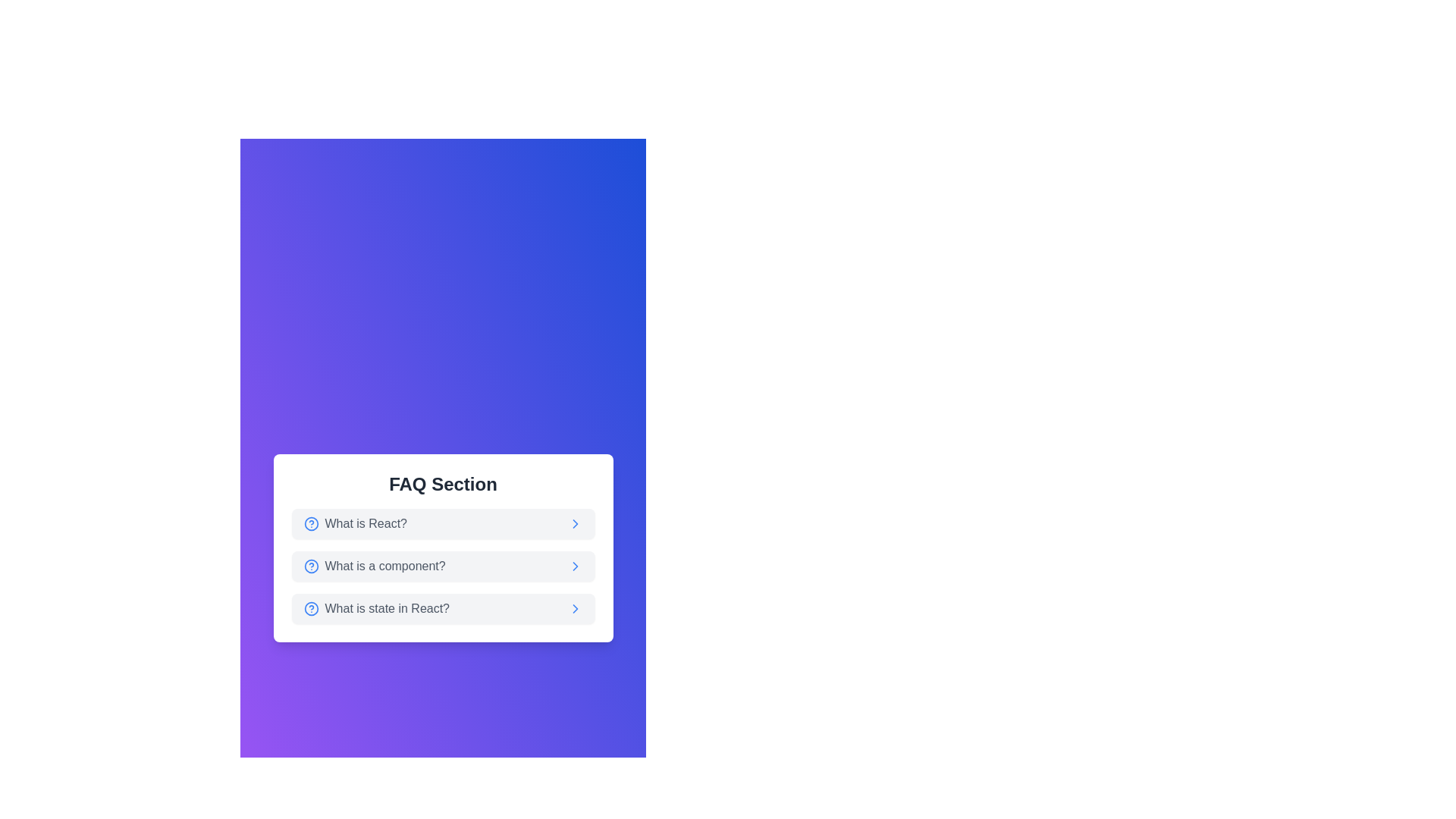 Image resolution: width=1456 pixels, height=819 pixels. Describe the element at coordinates (310, 522) in the screenshot. I see `the circular help icon with a question mark located to the left of the text 'What is React?'` at that location.